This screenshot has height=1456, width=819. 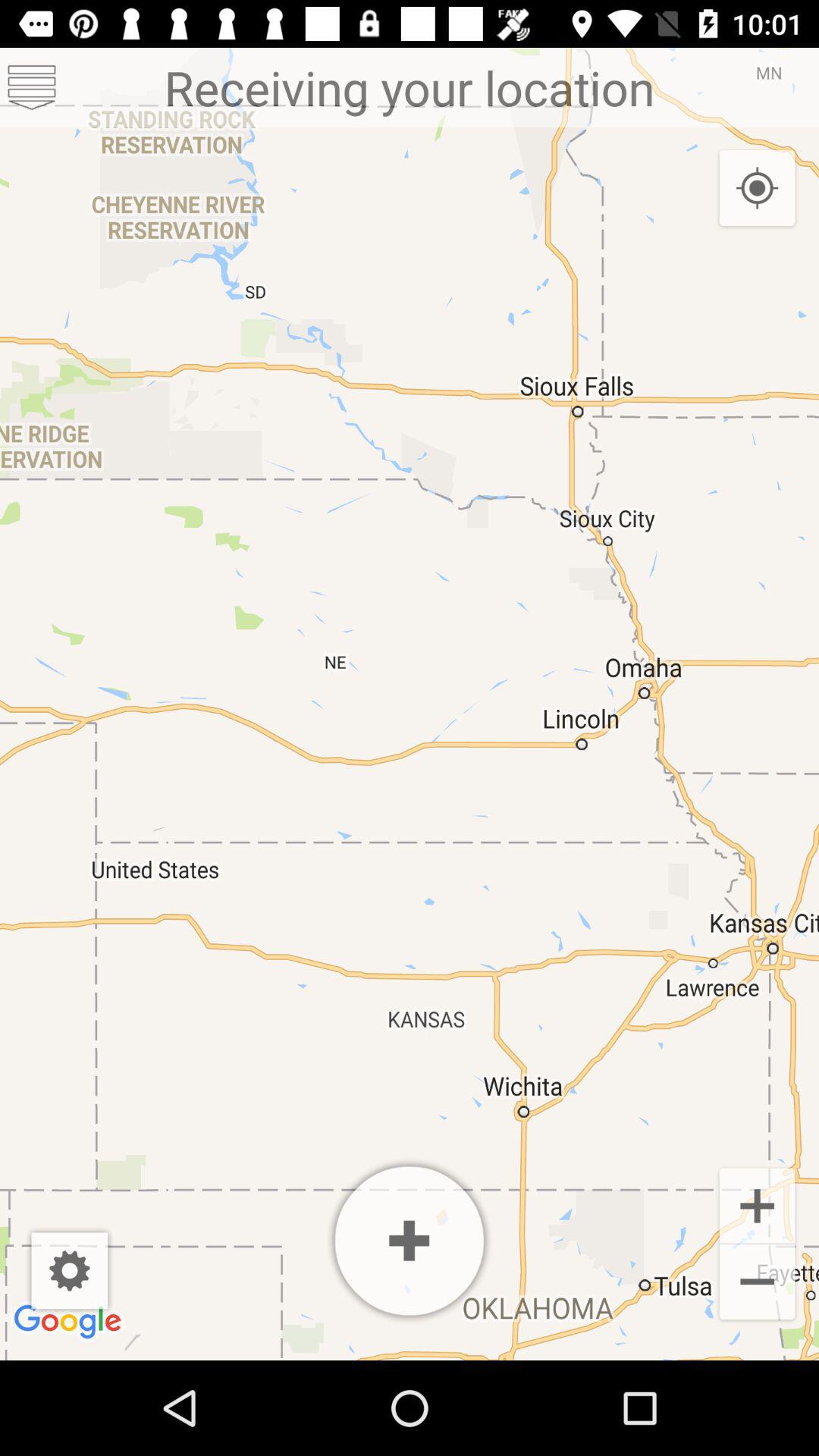 I want to click on open menu, so click(x=32, y=86).